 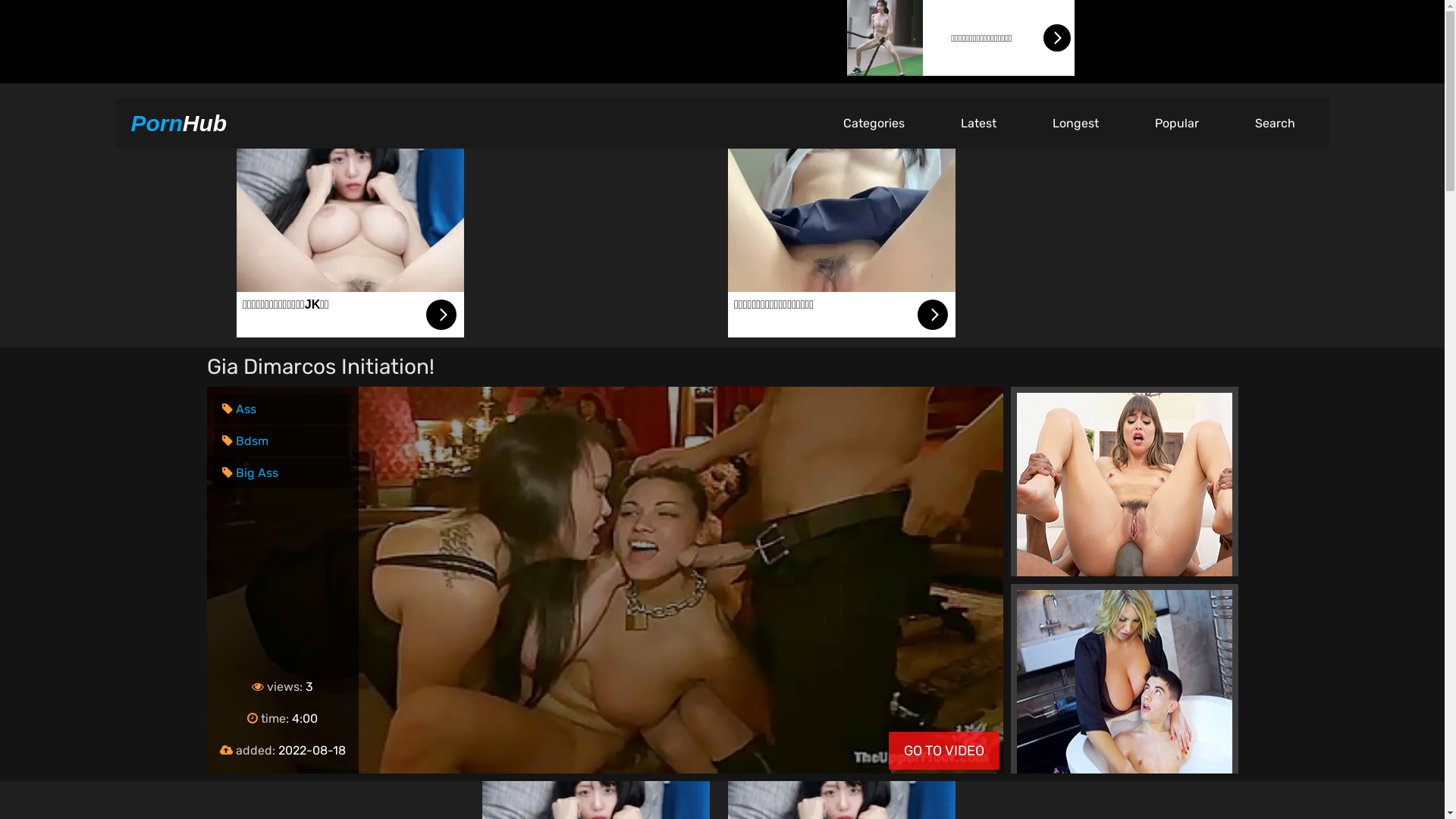 I want to click on 'Ass', so click(x=237, y=408).